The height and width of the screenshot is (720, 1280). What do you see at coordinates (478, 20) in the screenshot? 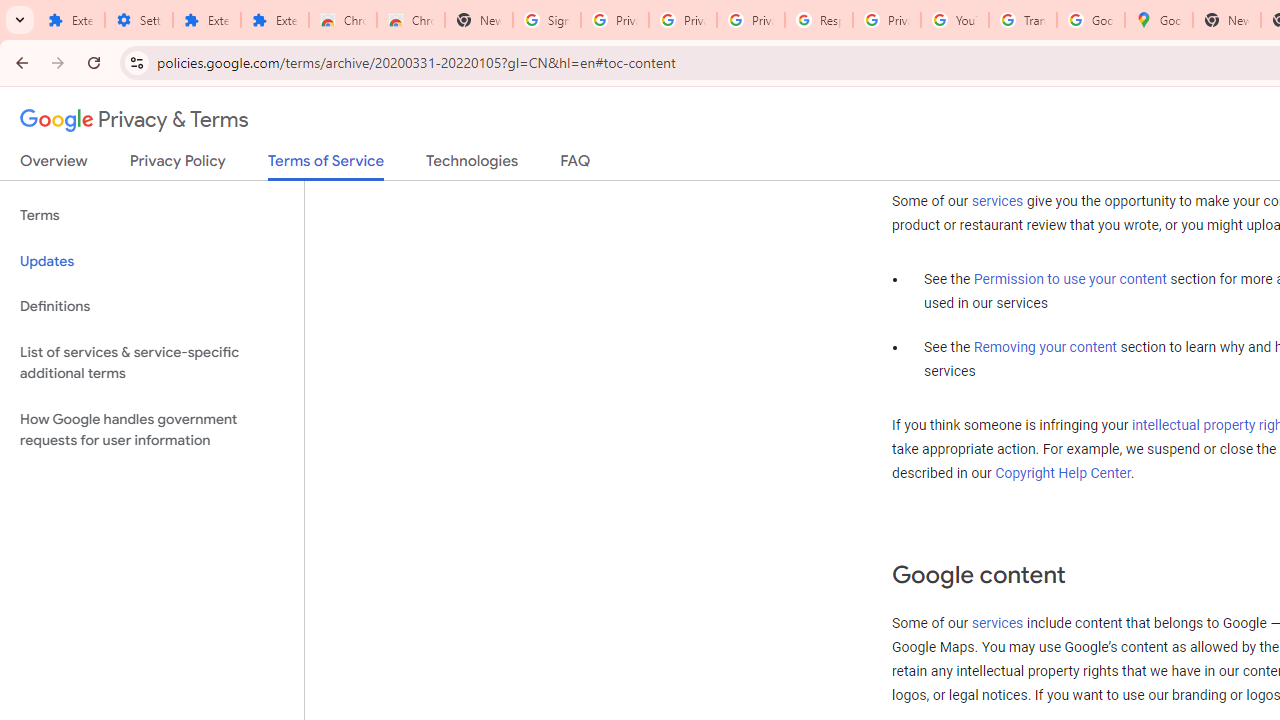
I see `'New Tab'` at bounding box center [478, 20].